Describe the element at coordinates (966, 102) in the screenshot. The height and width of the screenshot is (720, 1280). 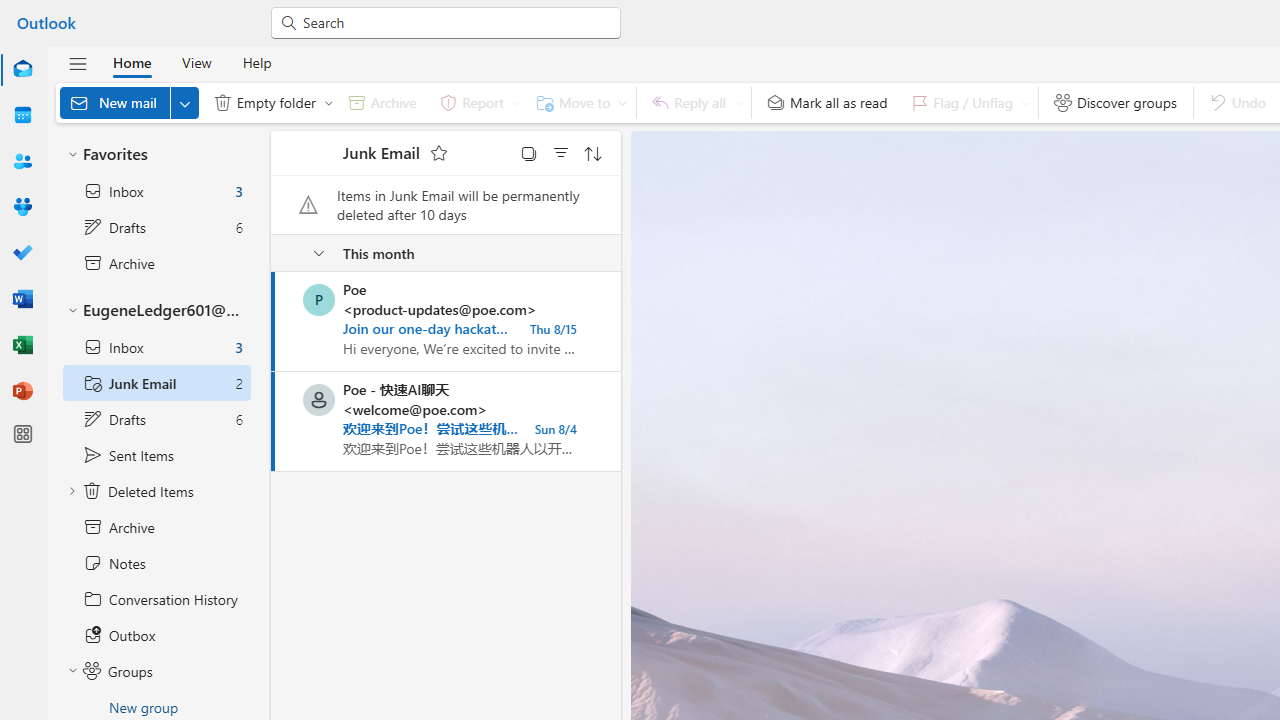
I see `'Flag / Unflag'` at that location.